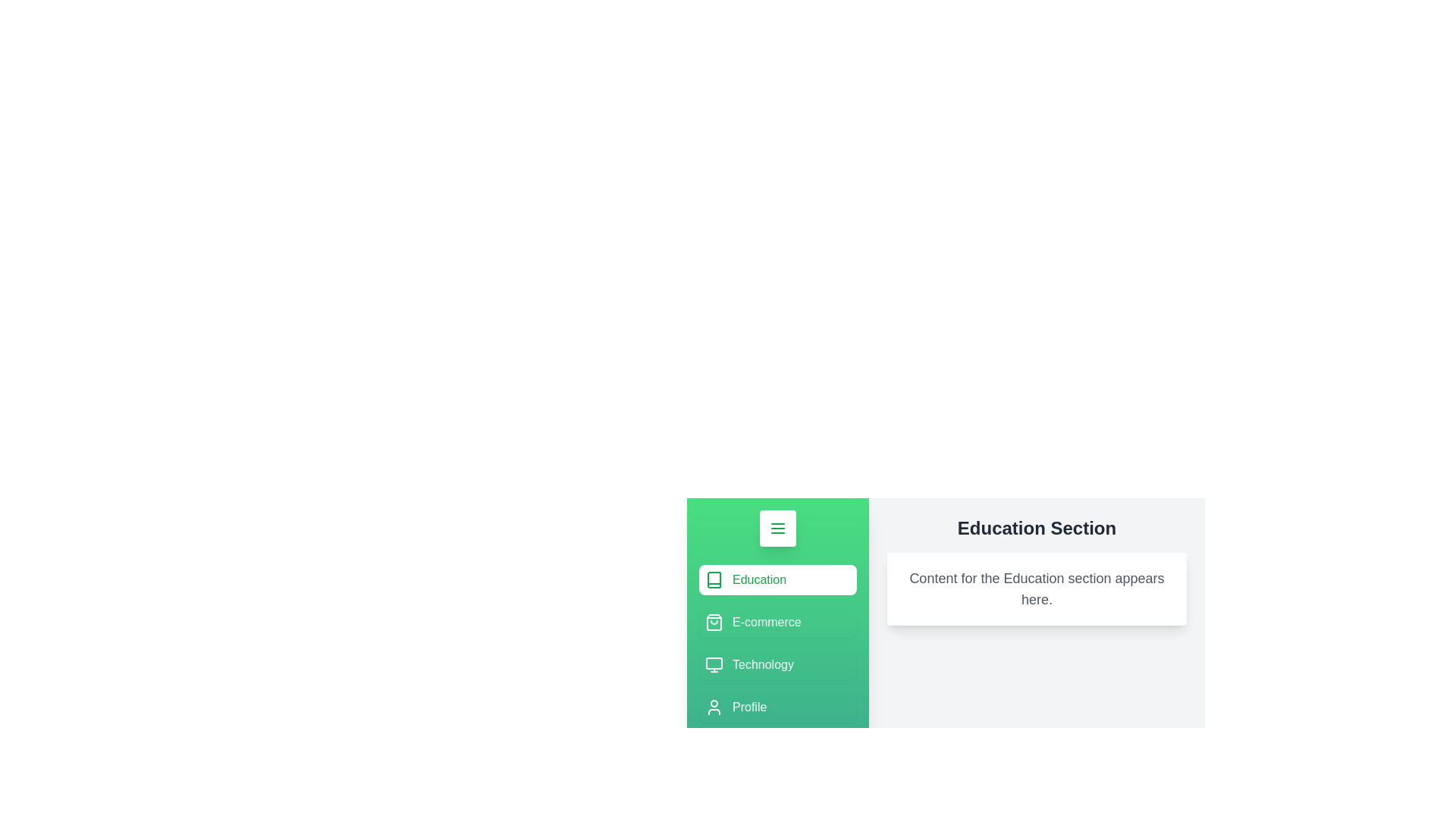  What do you see at coordinates (778, 708) in the screenshot?
I see `the section Profile in the drawer` at bounding box center [778, 708].